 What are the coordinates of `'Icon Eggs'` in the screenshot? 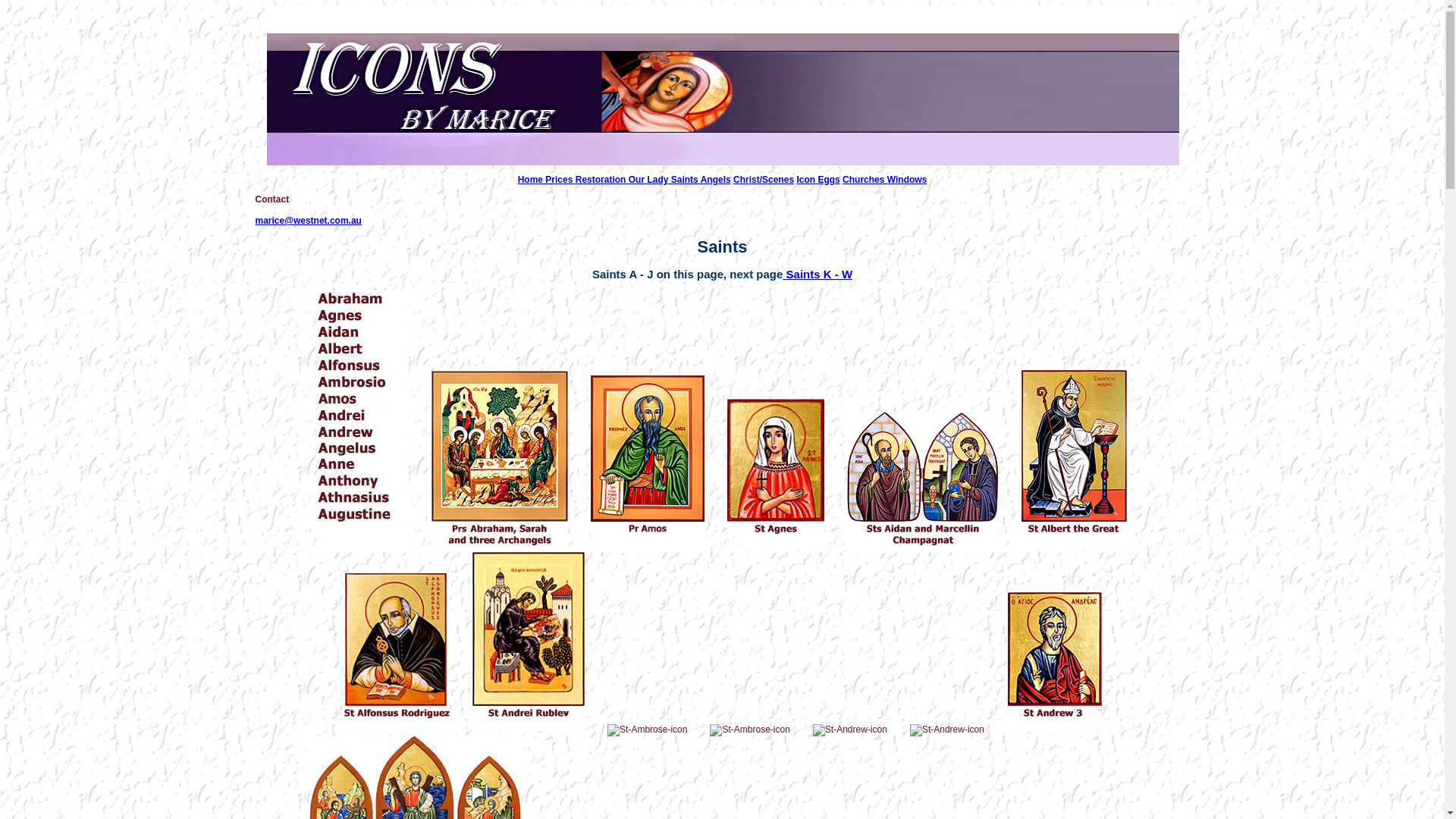 It's located at (817, 178).